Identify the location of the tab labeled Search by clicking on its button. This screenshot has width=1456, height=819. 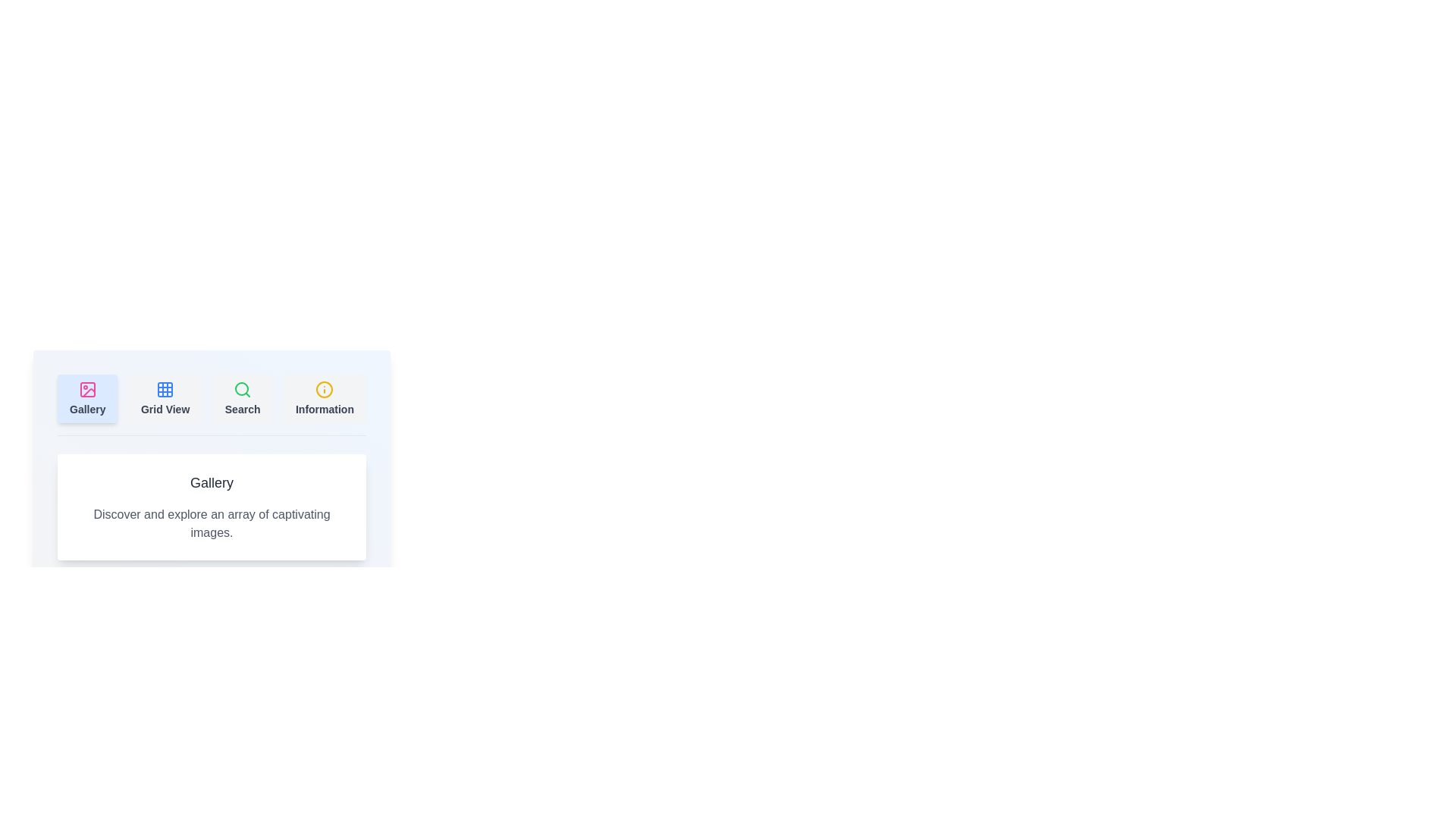
(243, 397).